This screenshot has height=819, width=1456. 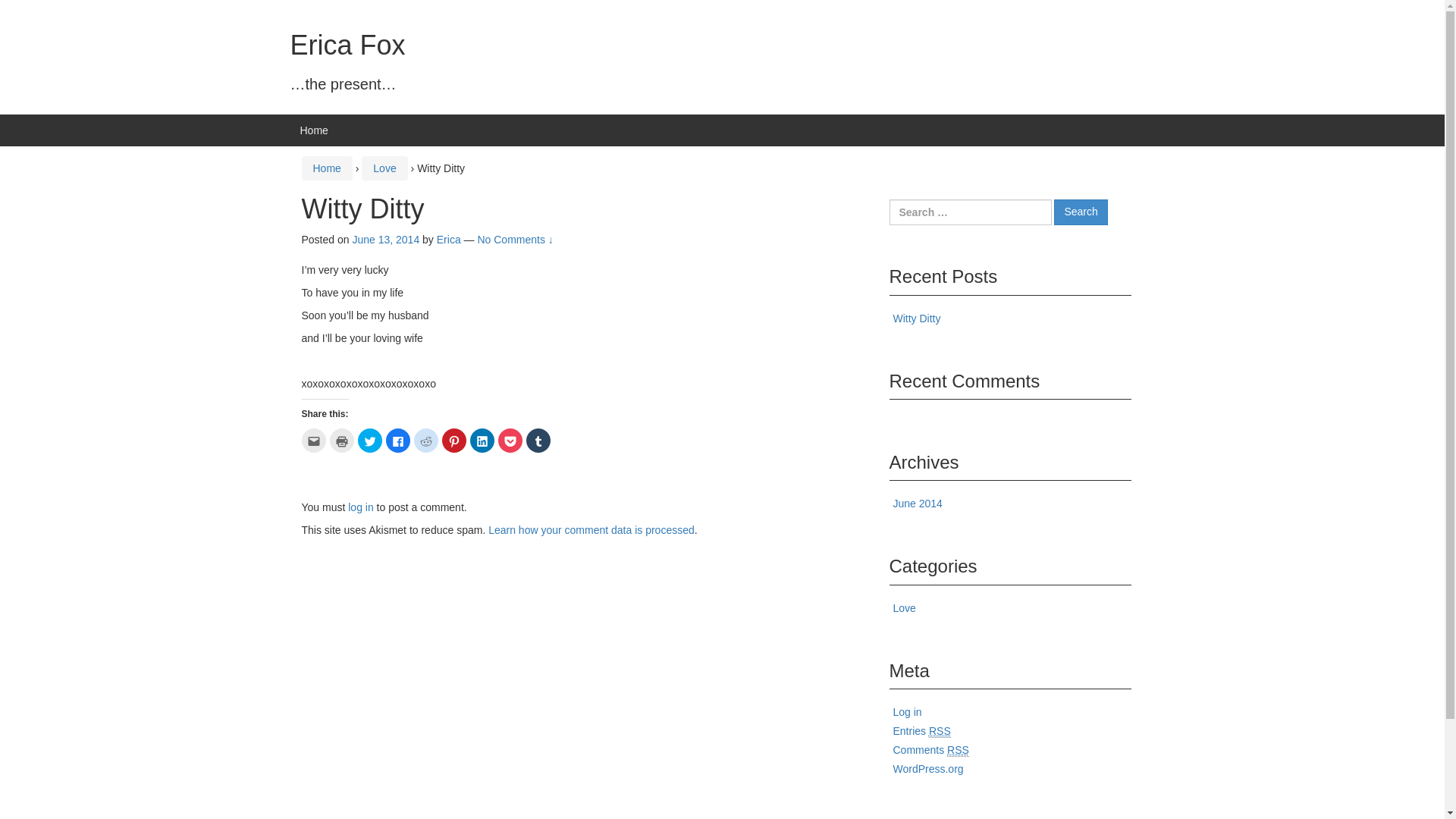 What do you see at coordinates (510, 441) in the screenshot?
I see `'Click to share on Pocket (Opens in new window)'` at bounding box center [510, 441].